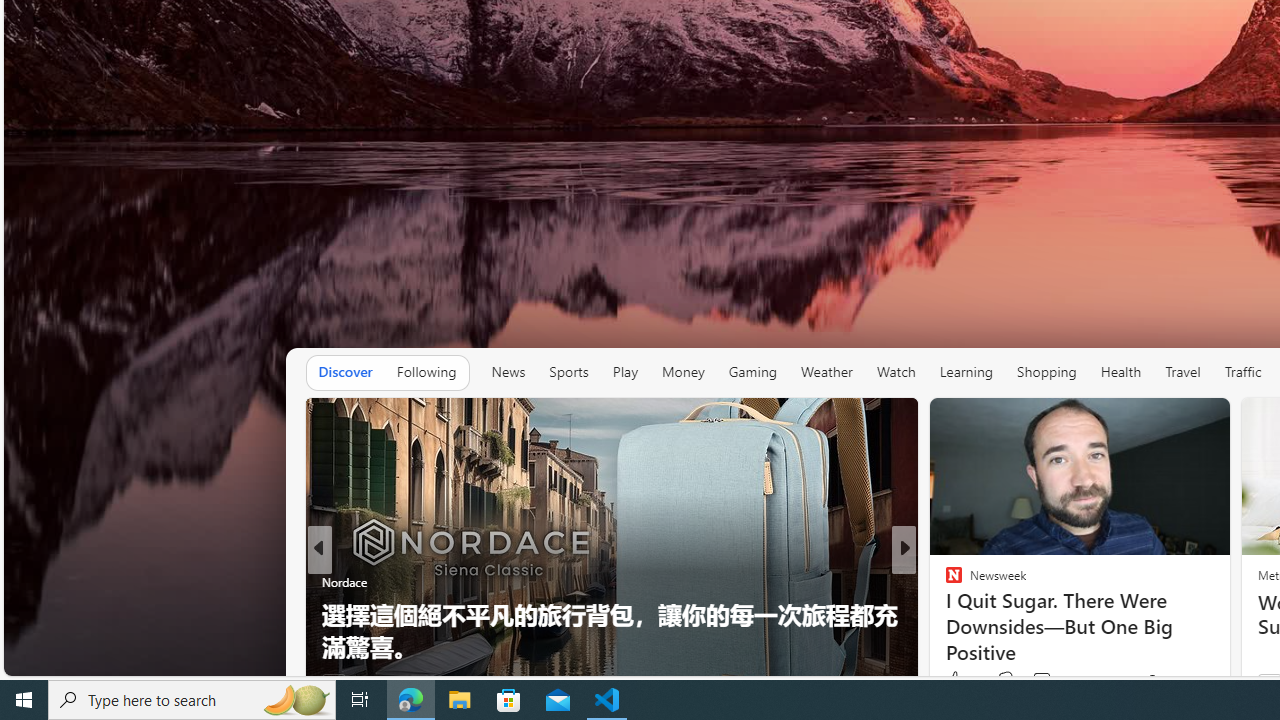  I want to click on 'Body Network', so click(944, 613).